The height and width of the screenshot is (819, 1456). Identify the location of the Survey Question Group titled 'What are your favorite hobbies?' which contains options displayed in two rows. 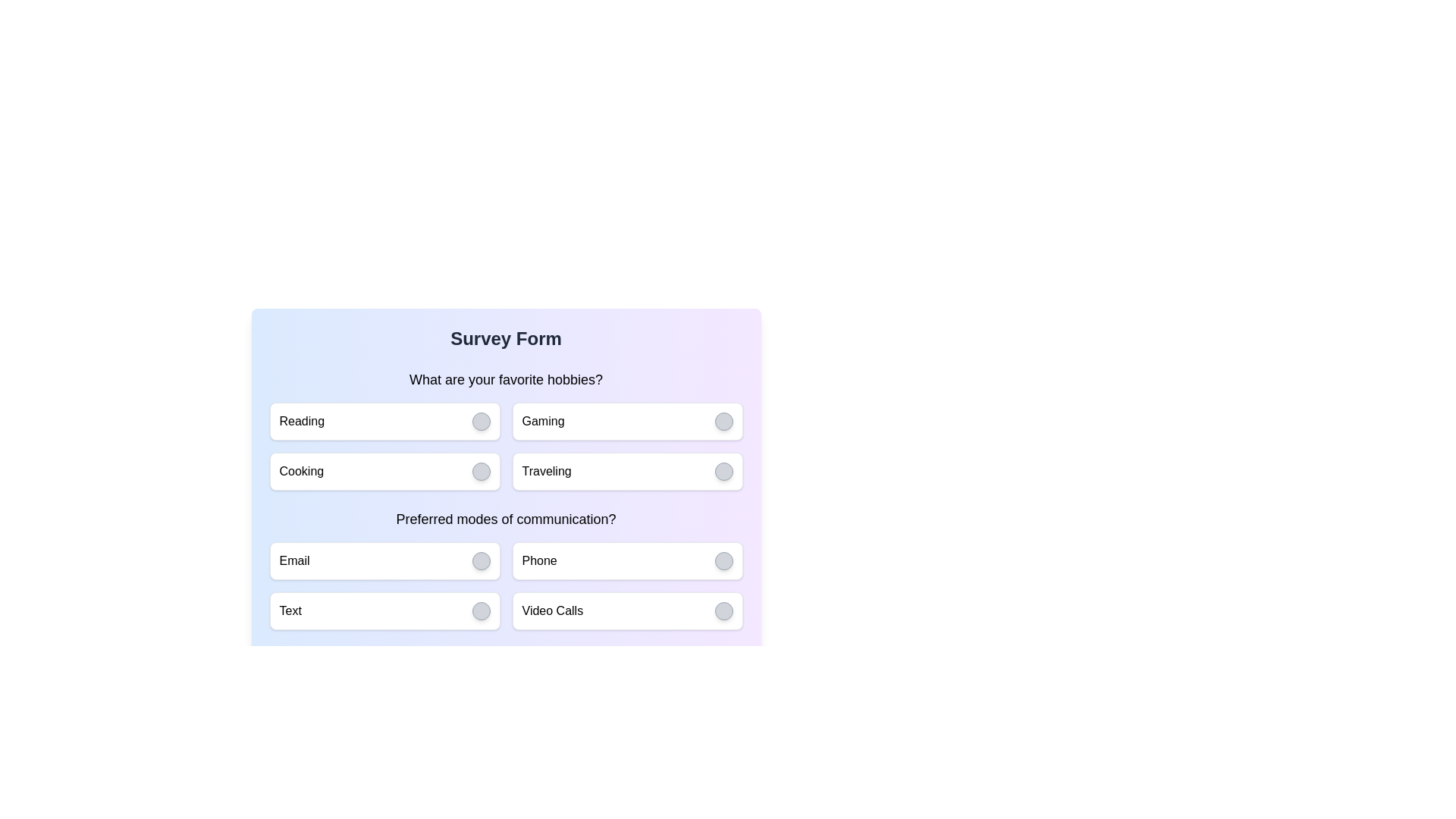
(506, 430).